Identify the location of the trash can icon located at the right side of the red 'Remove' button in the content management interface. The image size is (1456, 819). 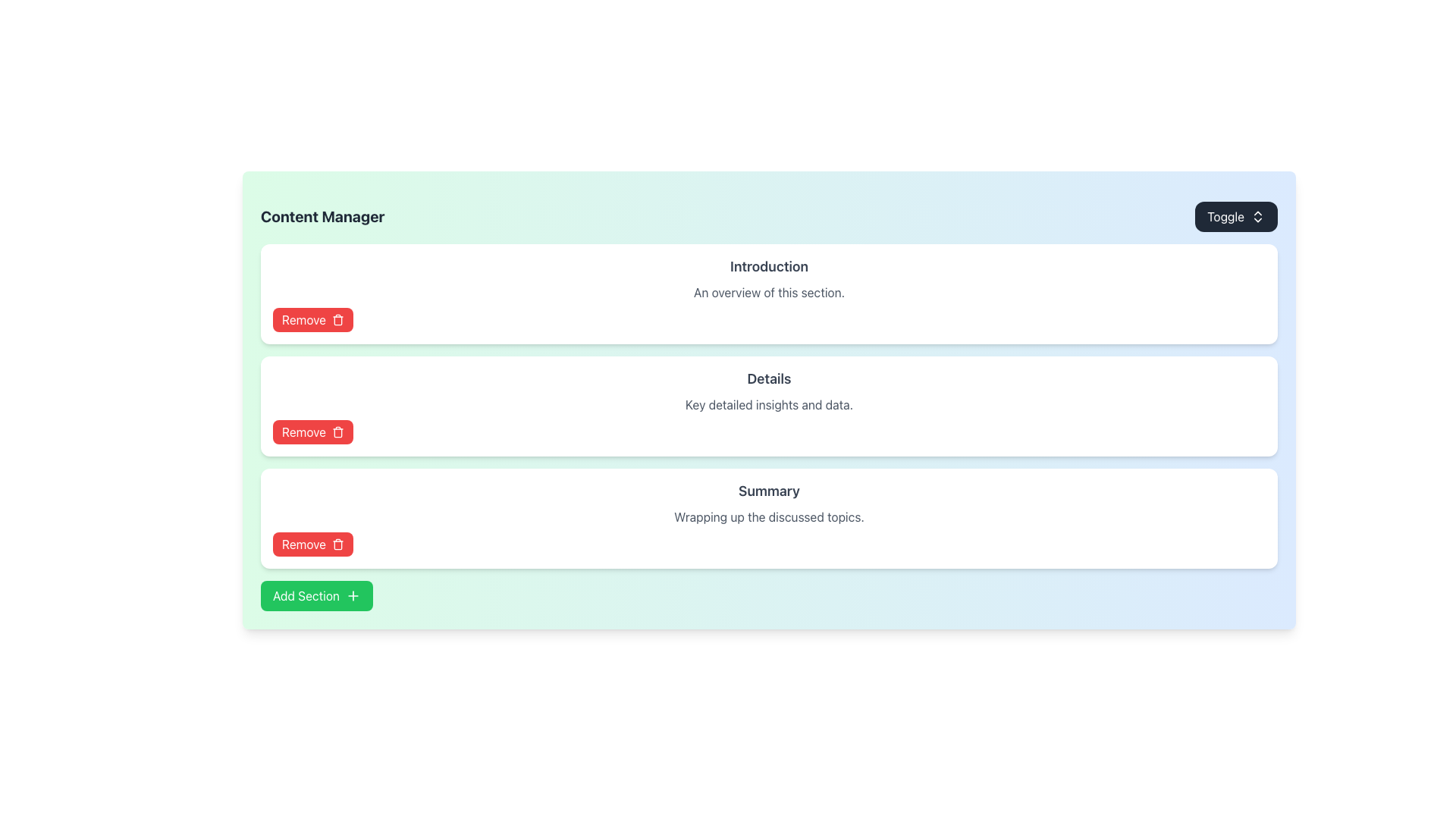
(337, 543).